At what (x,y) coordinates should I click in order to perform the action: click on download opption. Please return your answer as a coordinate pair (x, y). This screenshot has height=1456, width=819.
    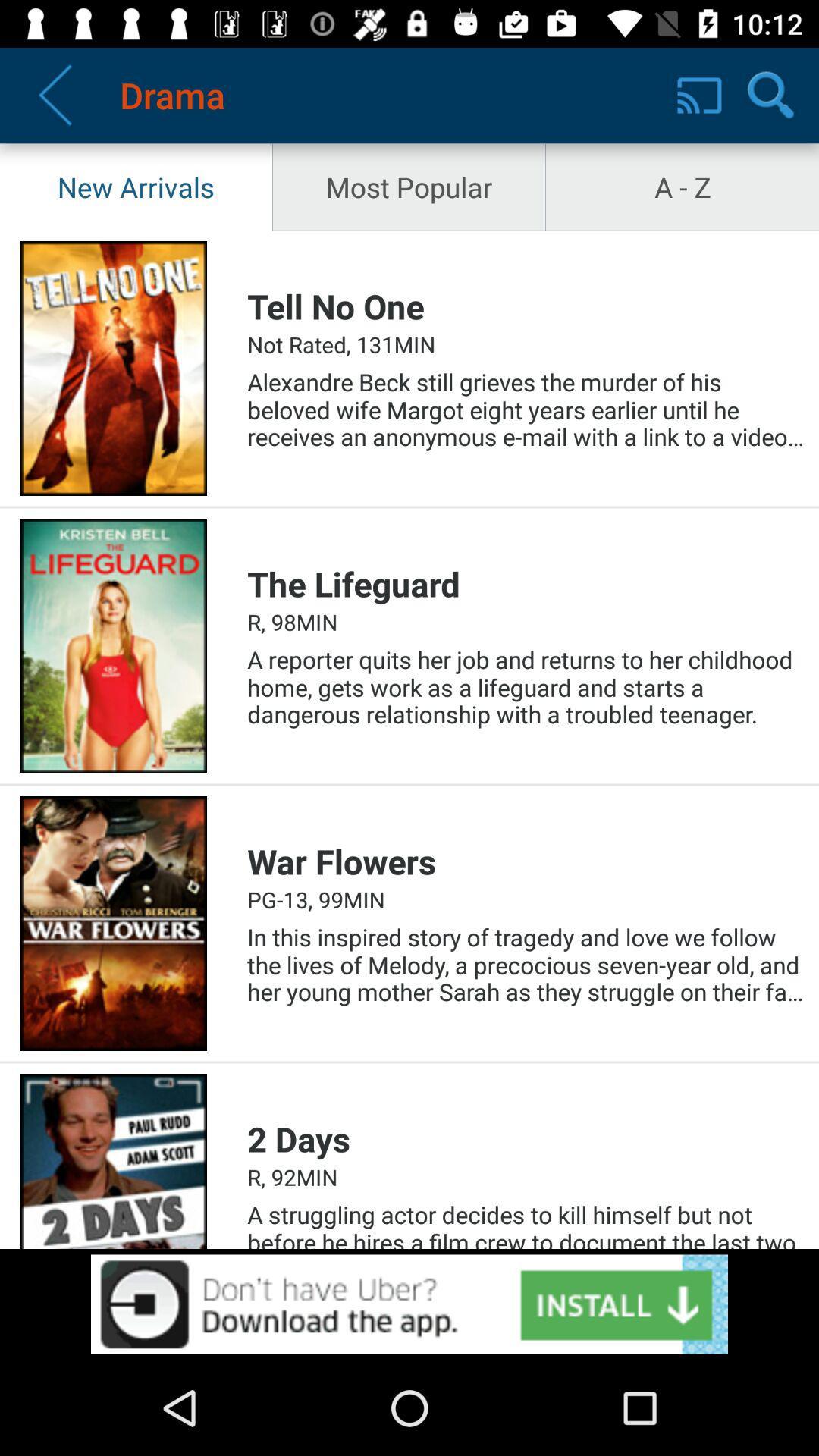
    Looking at the image, I should click on (409, 1304).